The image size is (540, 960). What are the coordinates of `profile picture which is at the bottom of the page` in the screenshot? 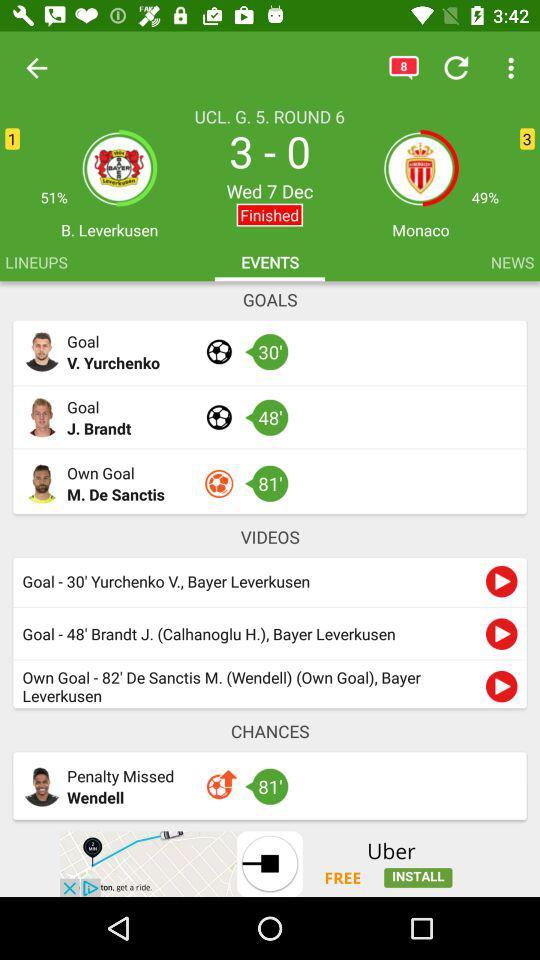 It's located at (42, 787).